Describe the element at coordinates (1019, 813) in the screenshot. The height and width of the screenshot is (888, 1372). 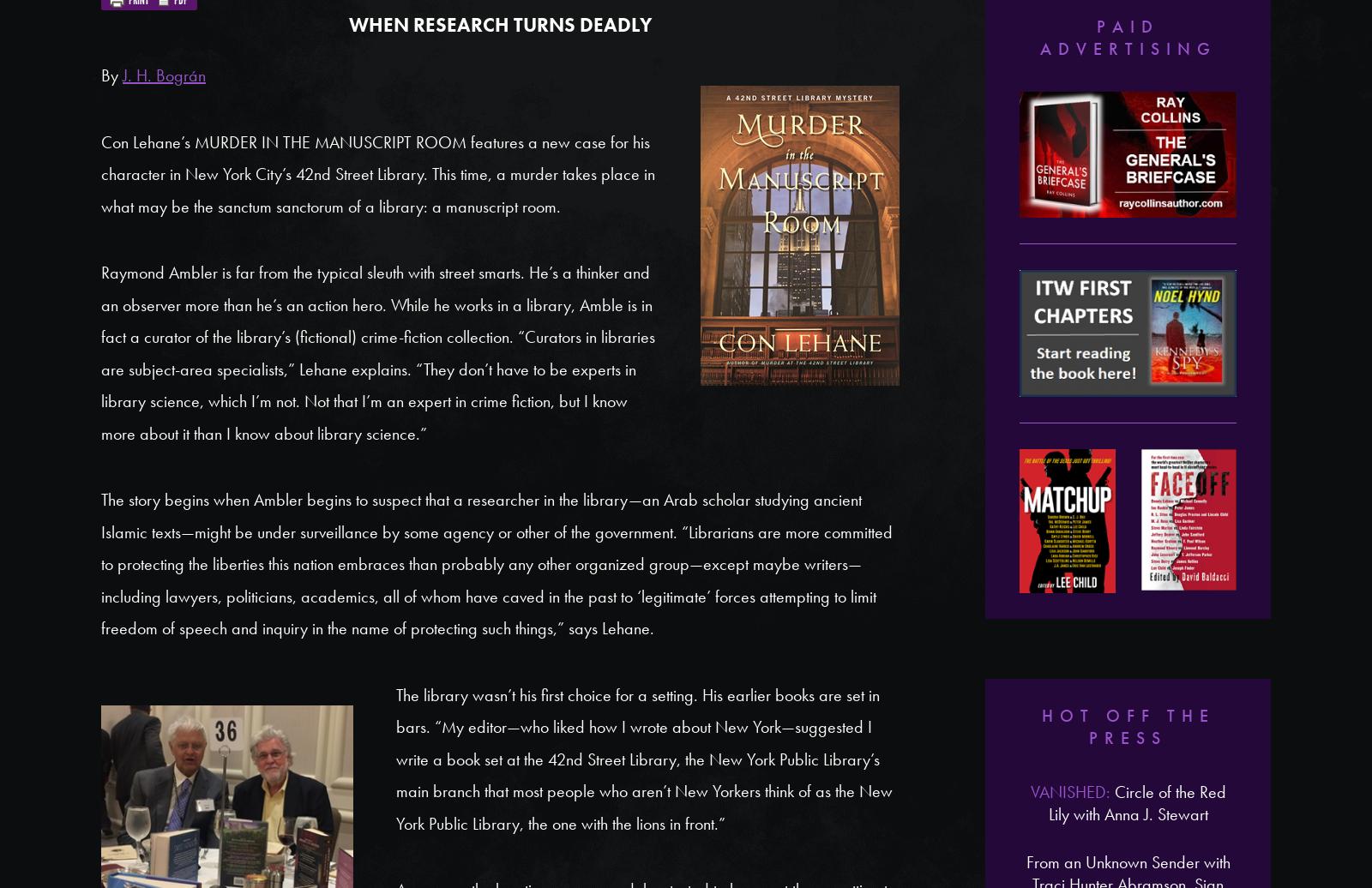
I see `'Patricia Cornwell'` at that location.